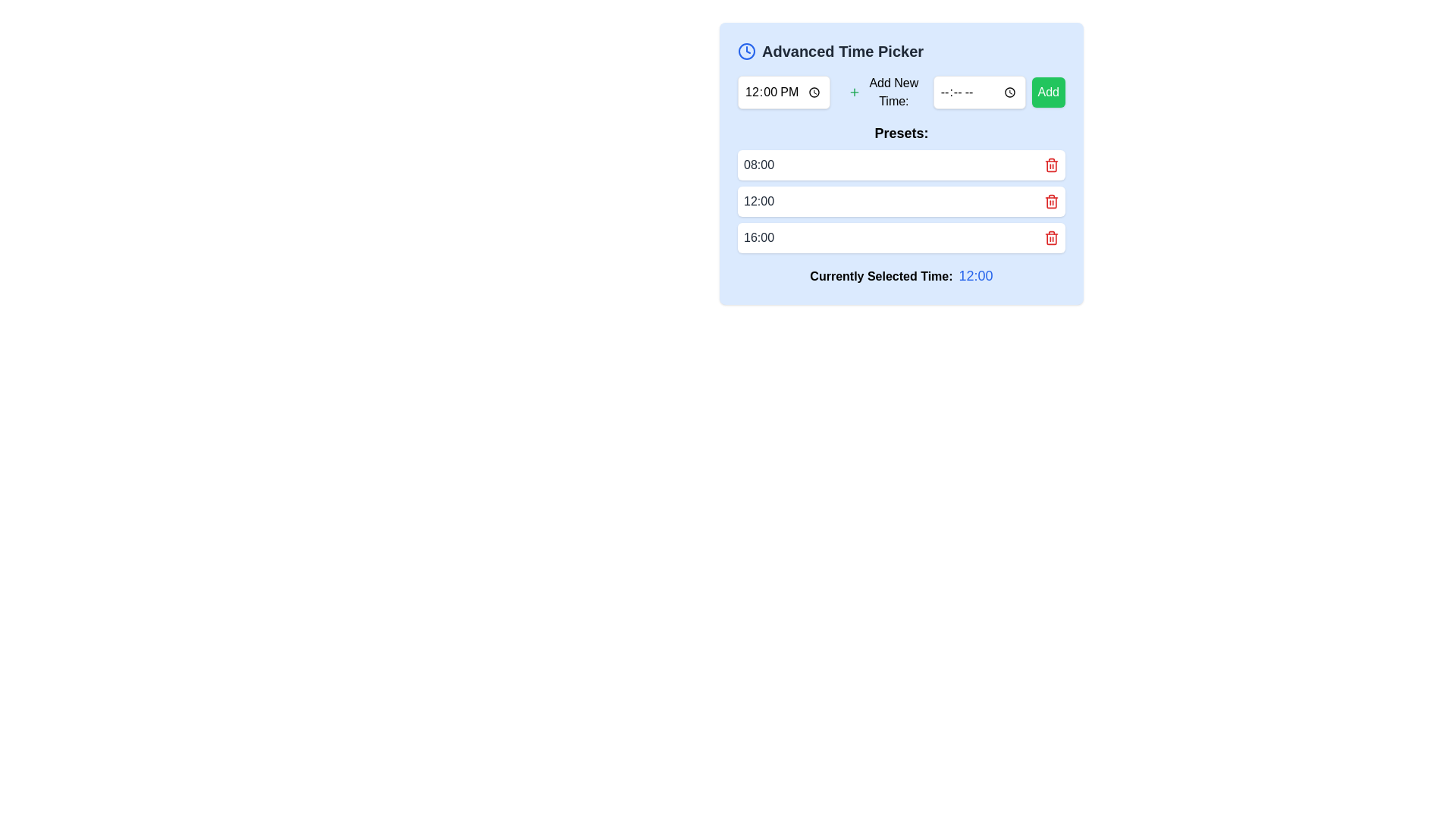 This screenshot has width=1456, height=819. What do you see at coordinates (1051, 201) in the screenshot?
I see `the delete icon button located at the far right of the card containing the time entry '12:00'` at bounding box center [1051, 201].